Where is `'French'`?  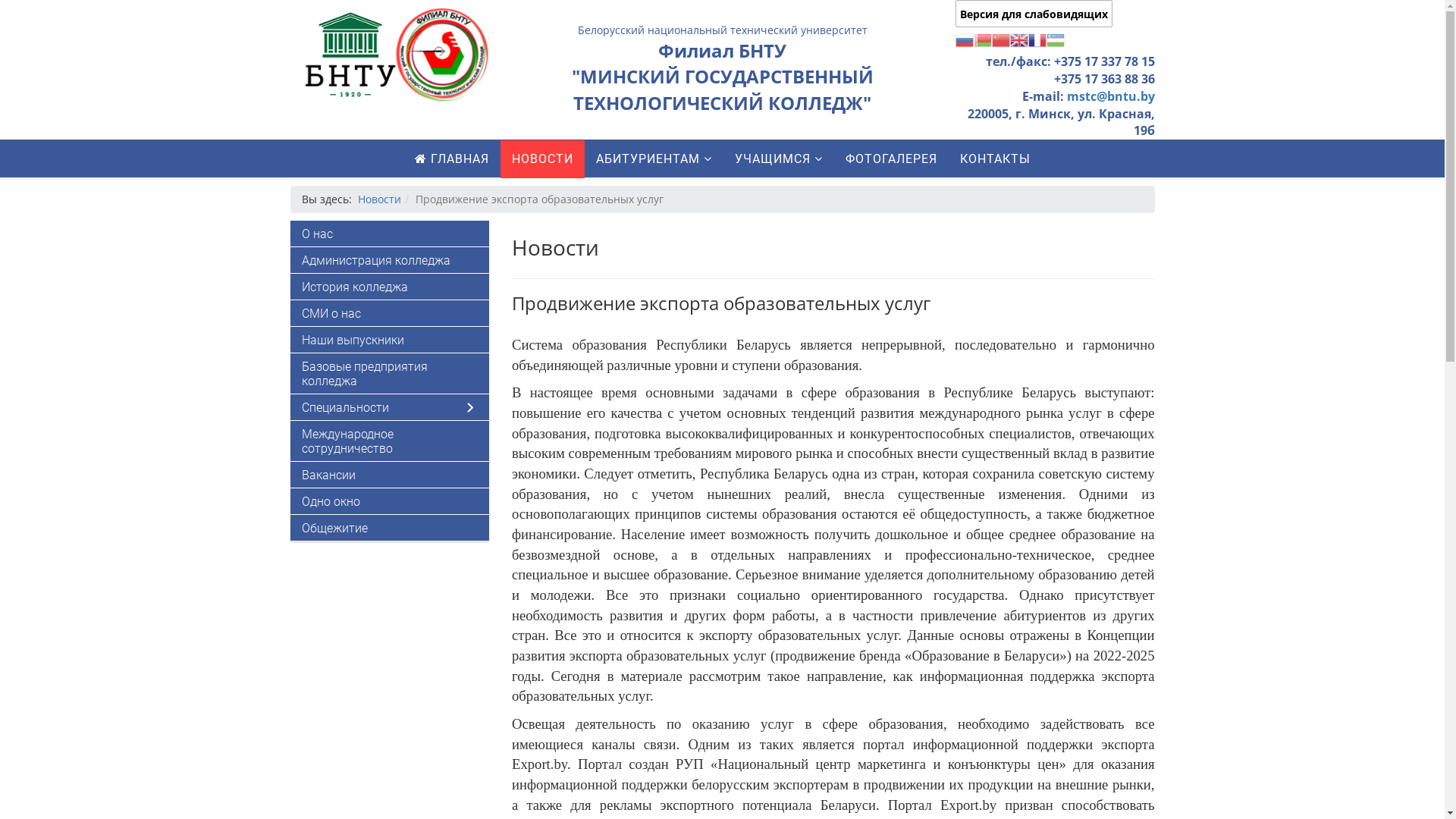 'French' is located at coordinates (1037, 38).